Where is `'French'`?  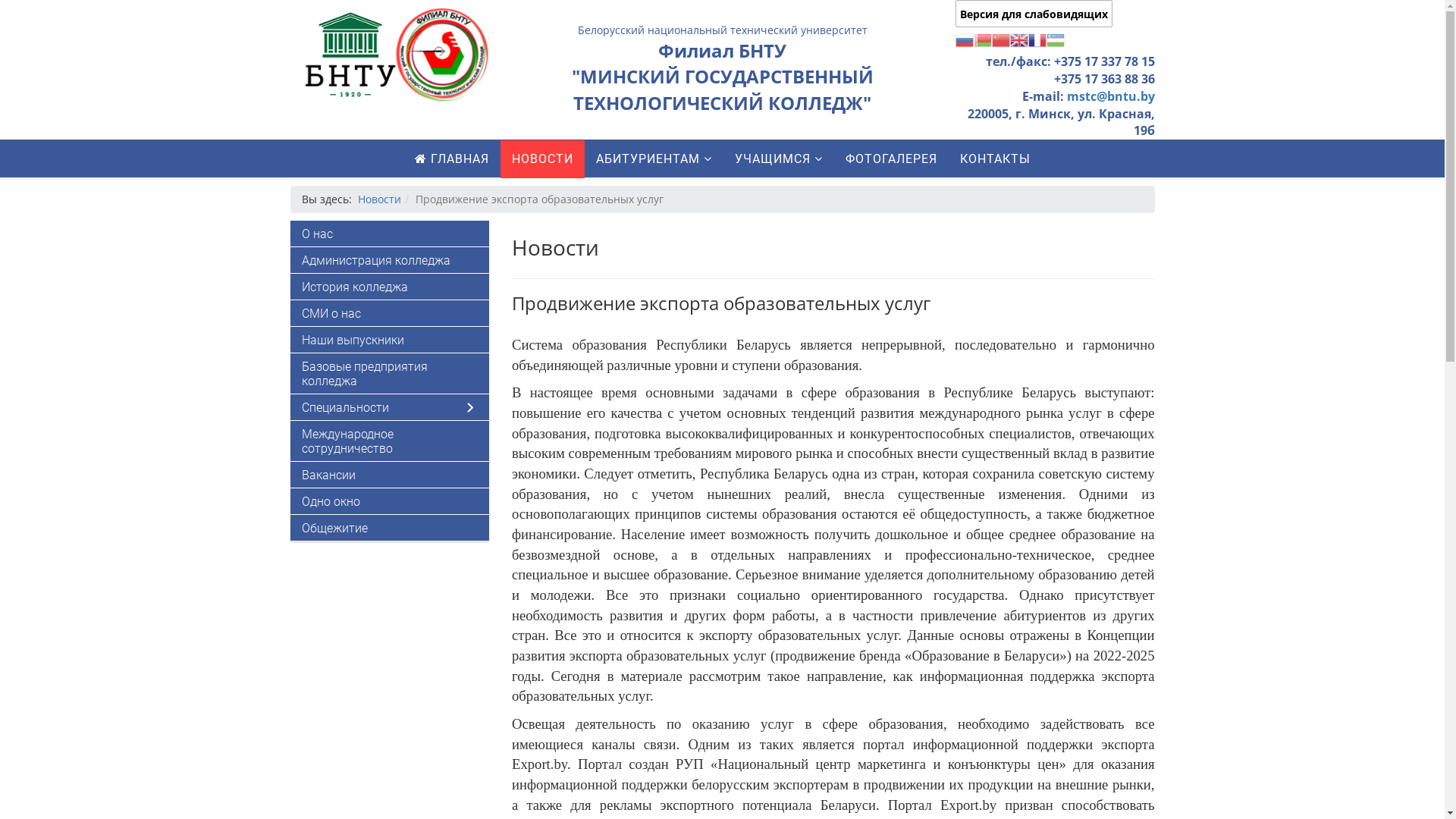 'French' is located at coordinates (1037, 38).